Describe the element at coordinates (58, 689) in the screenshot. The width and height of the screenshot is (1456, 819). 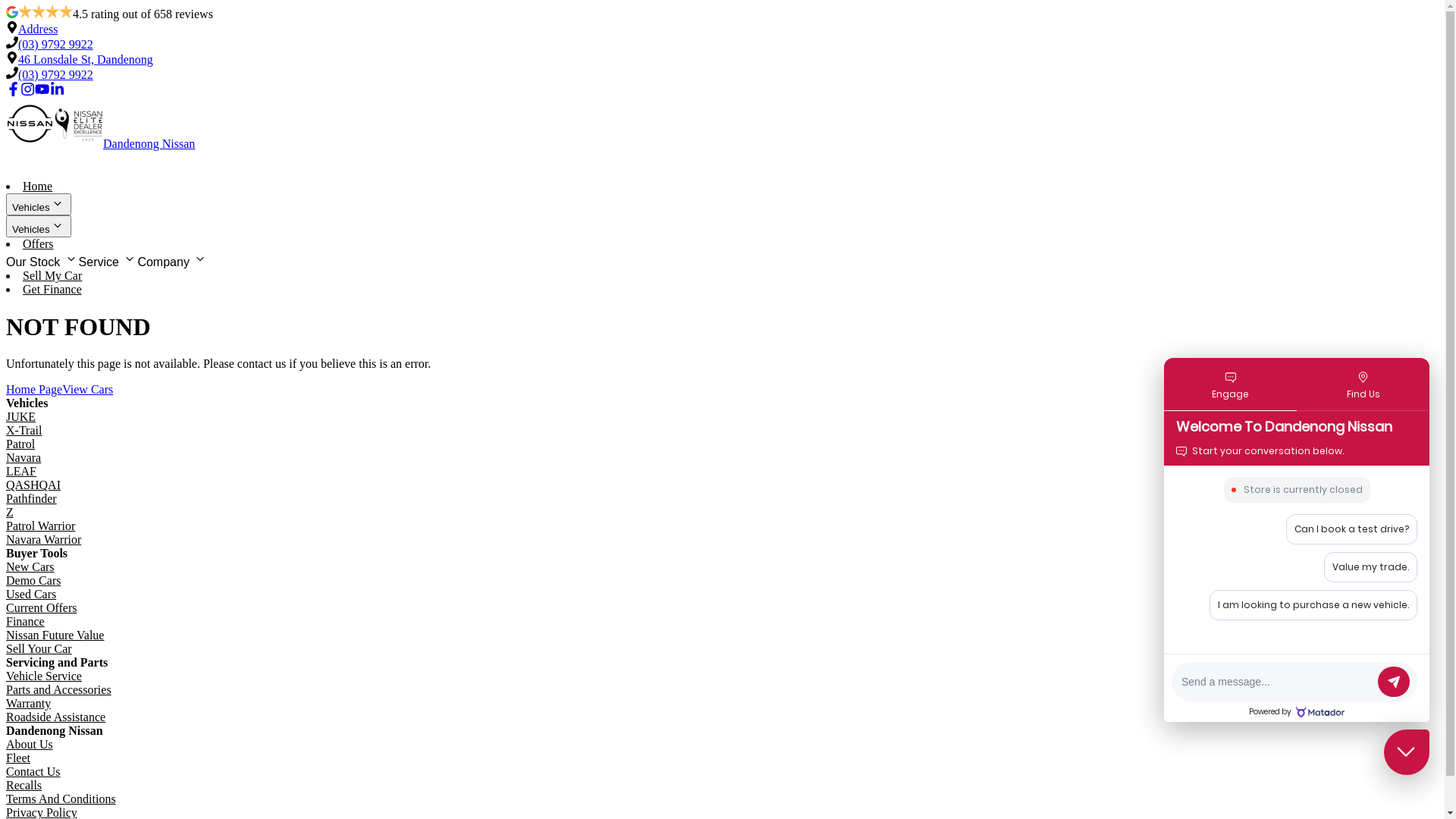
I see `'Parts and Accessories'` at that location.